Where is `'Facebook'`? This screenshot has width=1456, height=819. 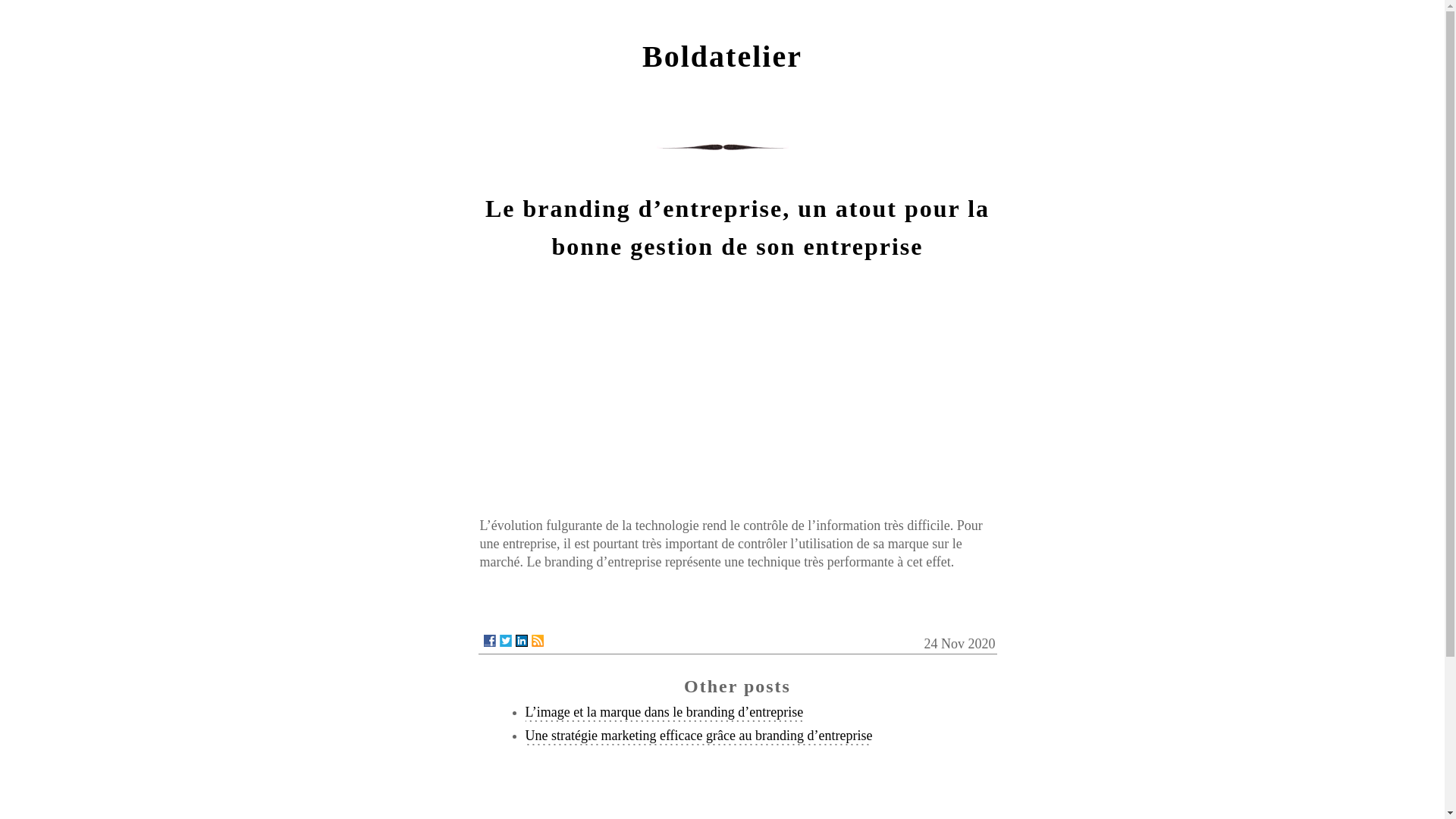
'Facebook' is located at coordinates (483, 640).